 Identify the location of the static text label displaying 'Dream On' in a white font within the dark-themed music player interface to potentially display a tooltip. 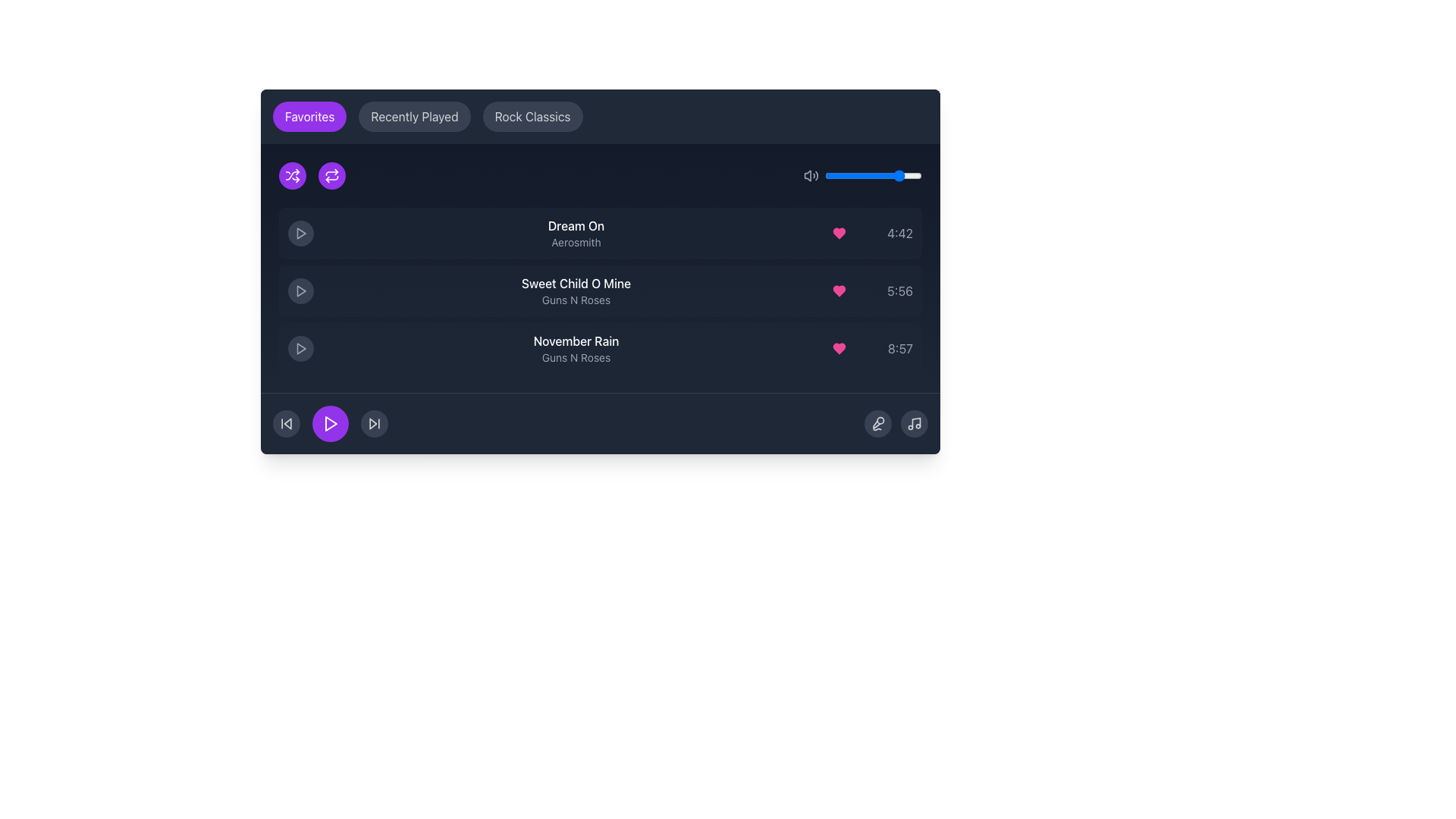
(575, 225).